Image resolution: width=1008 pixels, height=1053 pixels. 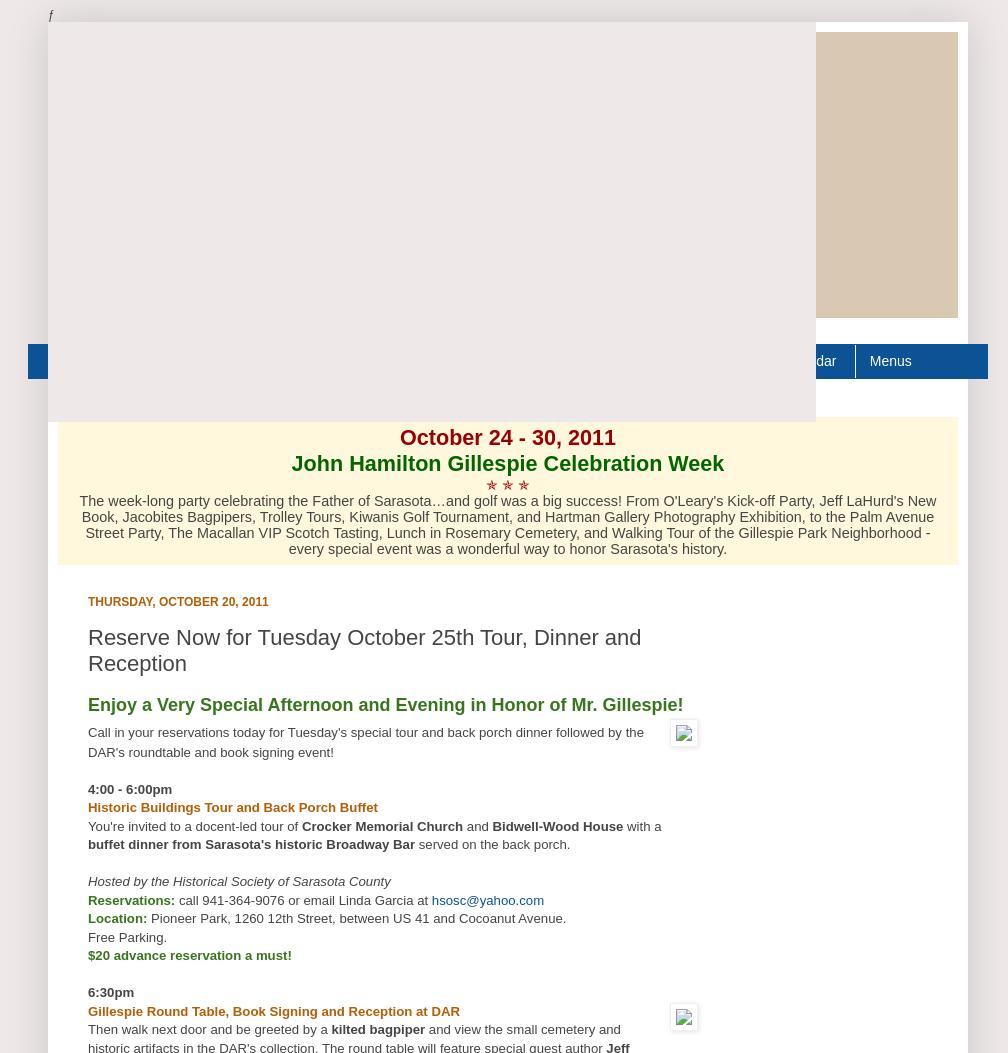 I want to click on 'Location:', so click(x=117, y=917).